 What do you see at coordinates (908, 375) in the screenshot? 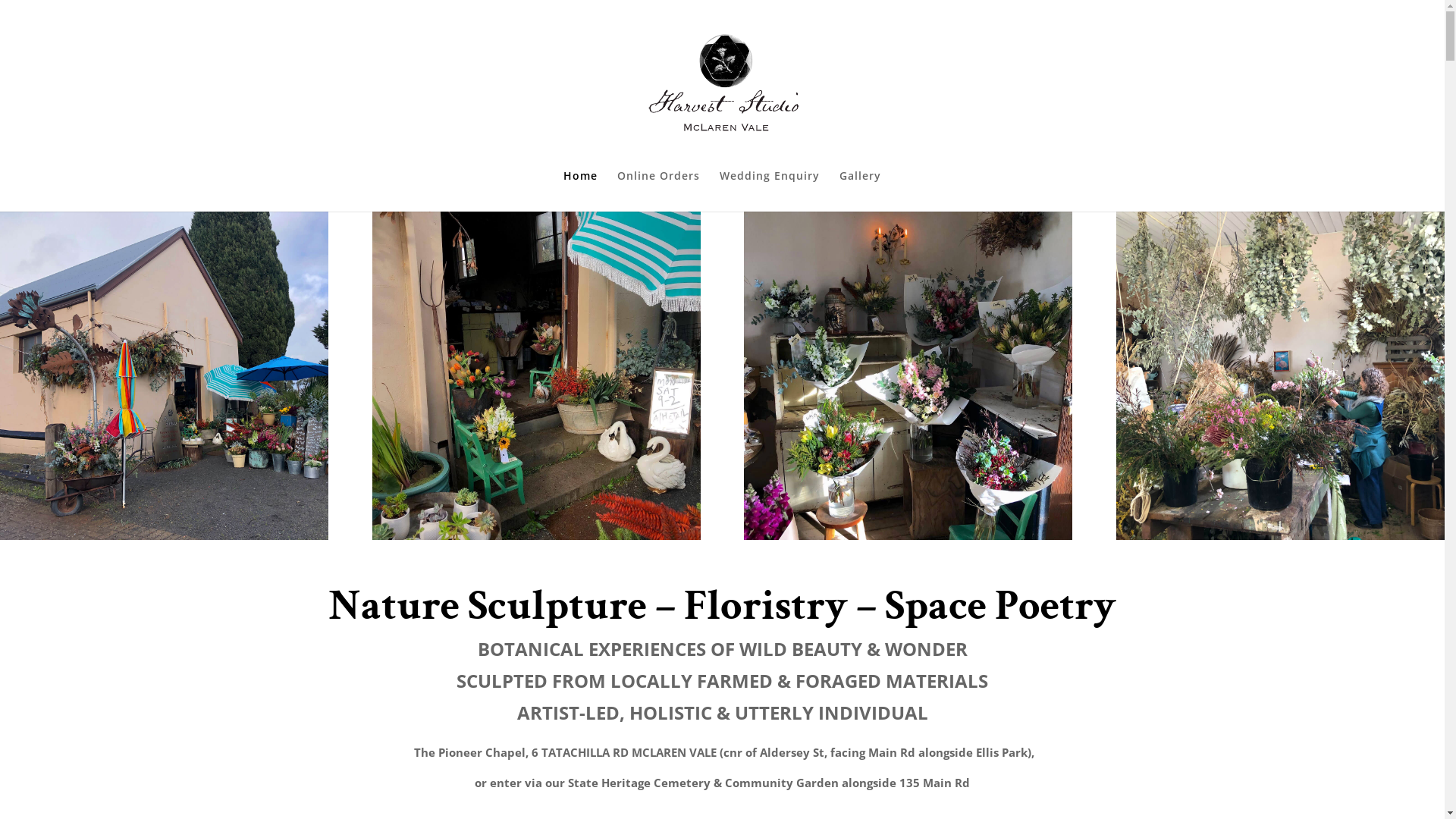
I see `'interior'` at bounding box center [908, 375].